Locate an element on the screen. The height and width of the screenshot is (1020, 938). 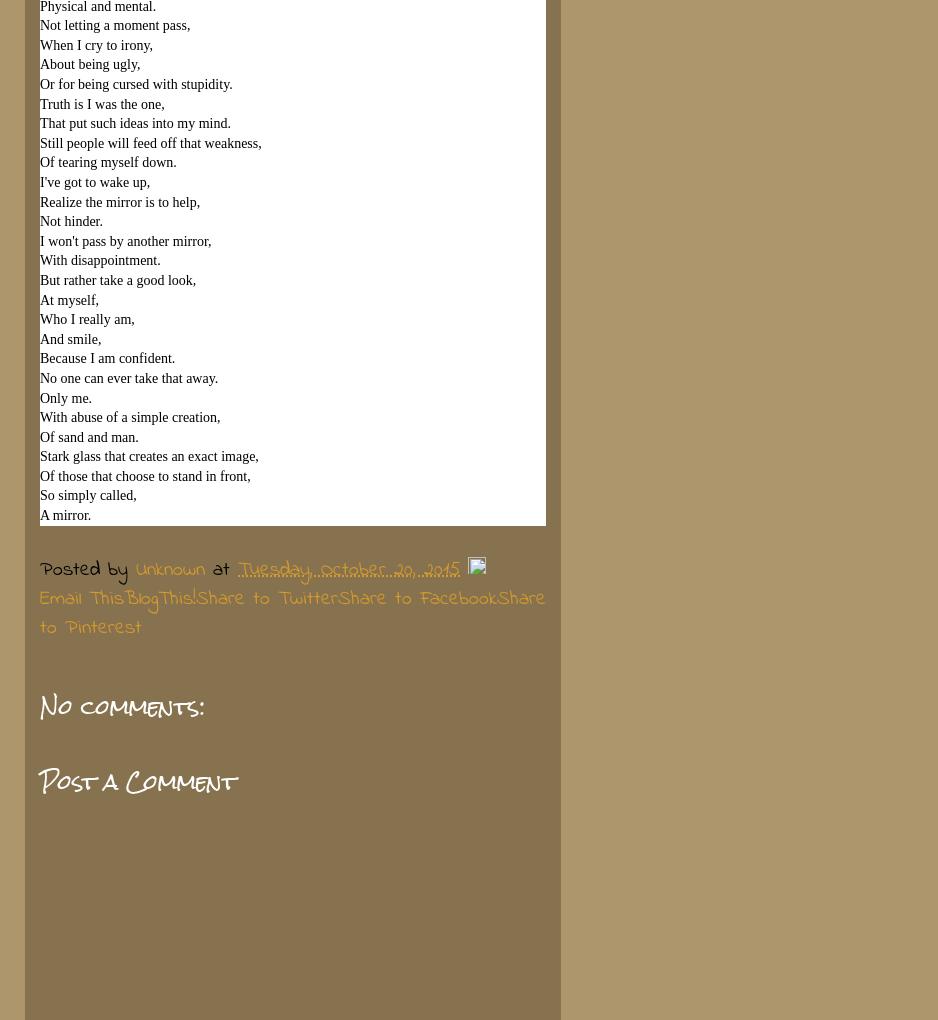
'So simply called,' is located at coordinates (87, 495).